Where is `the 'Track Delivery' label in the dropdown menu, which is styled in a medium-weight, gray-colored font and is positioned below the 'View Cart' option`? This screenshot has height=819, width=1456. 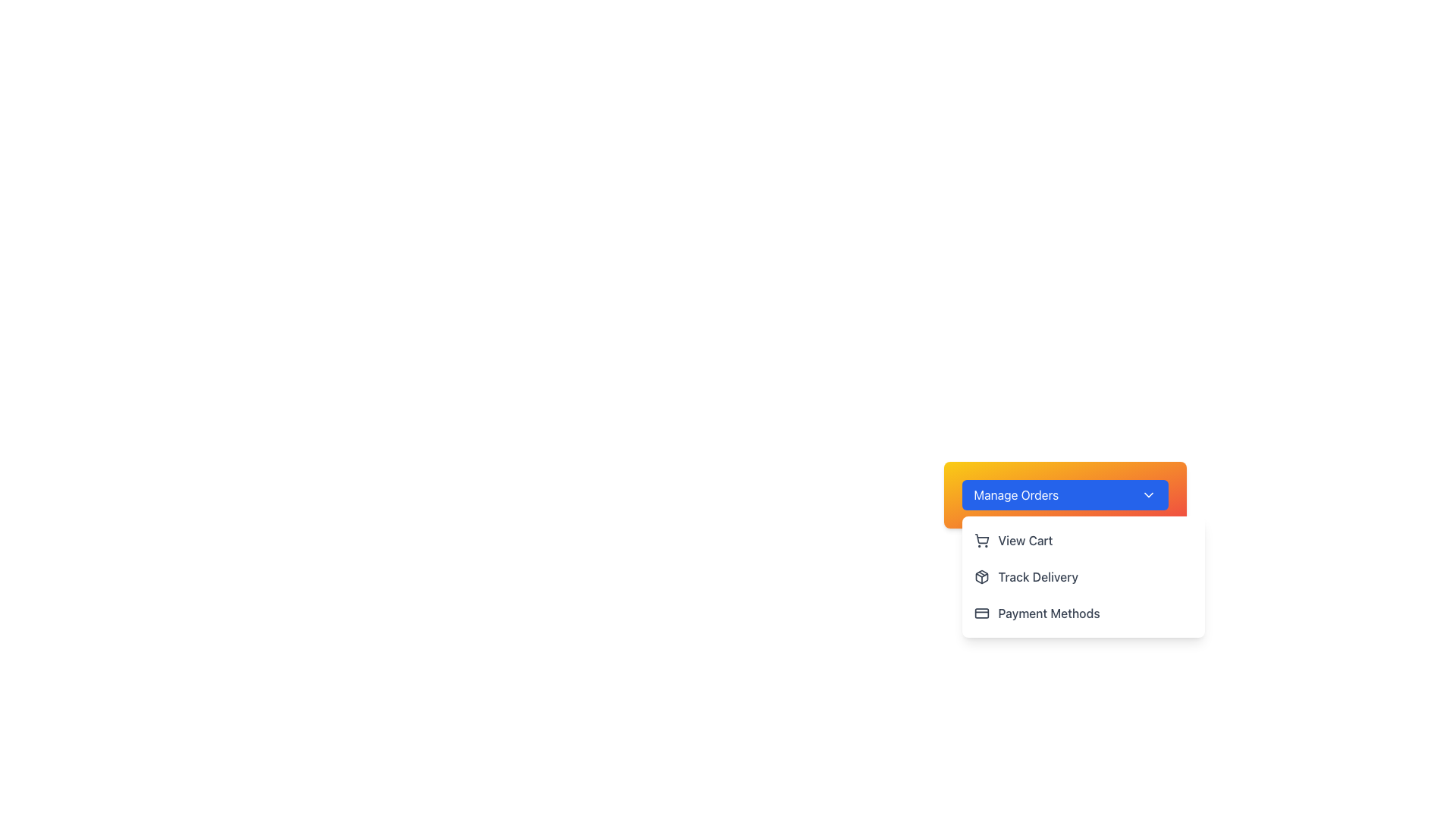
the 'Track Delivery' label in the dropdown menu, which is styled in a medium-weight, gray-colored font and is positioned below the 'View Cart' option is located at coordinates (1037, 576).